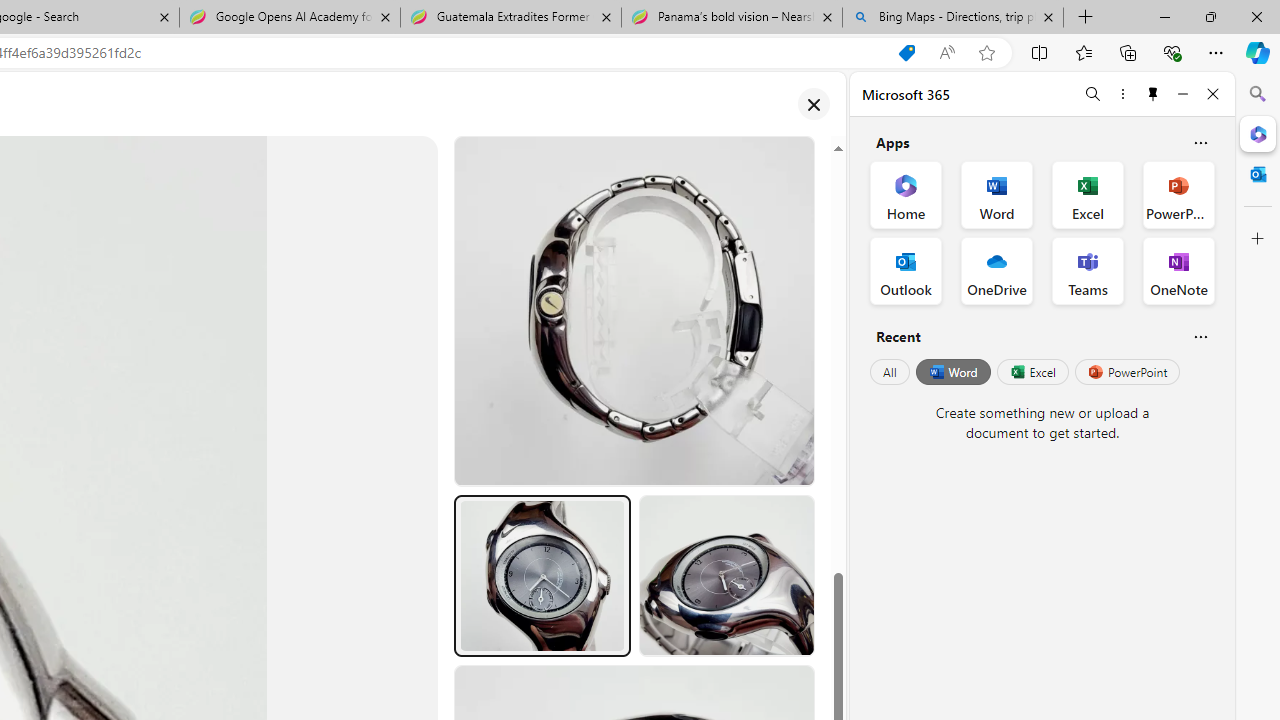 Image resolution: width=1280 pixels, height=720 pixels. Describe the element at coordinates (889, 372) in the screenshot. I see `'All'` at that location.